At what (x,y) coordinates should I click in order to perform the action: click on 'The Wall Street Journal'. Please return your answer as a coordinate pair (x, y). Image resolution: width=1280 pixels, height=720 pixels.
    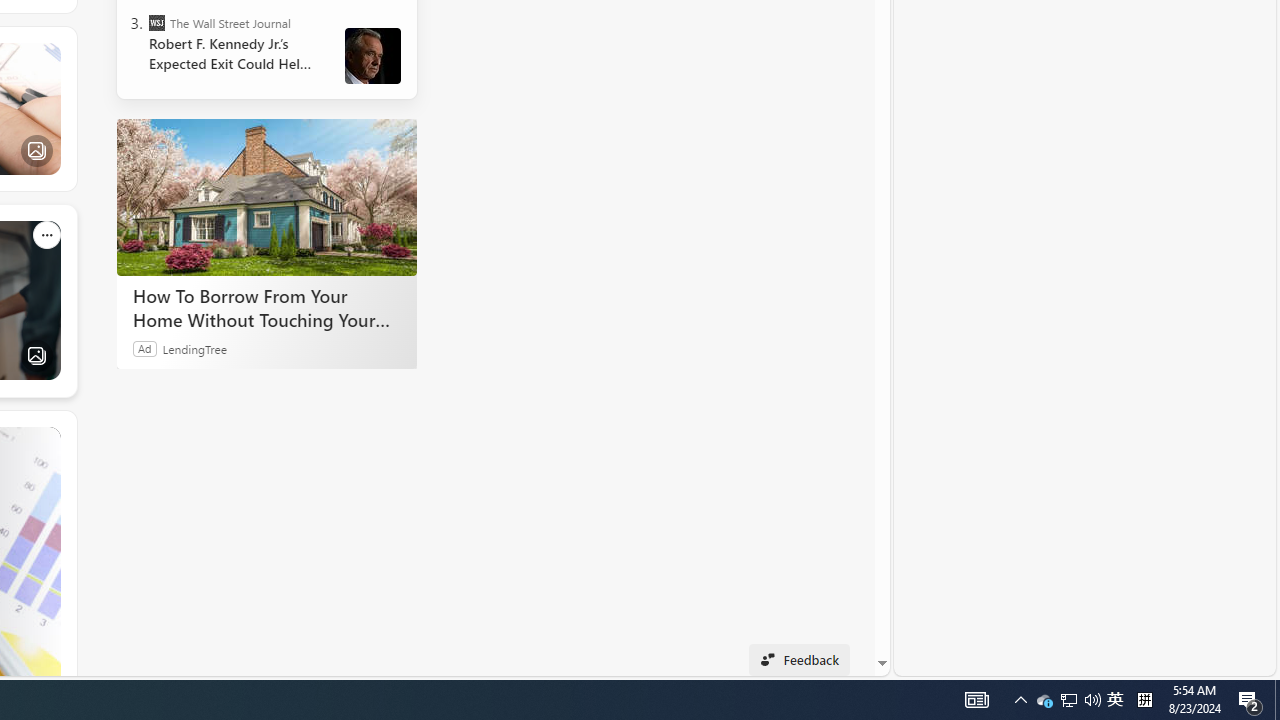
    Looking at the image, I should click on (155, 23).